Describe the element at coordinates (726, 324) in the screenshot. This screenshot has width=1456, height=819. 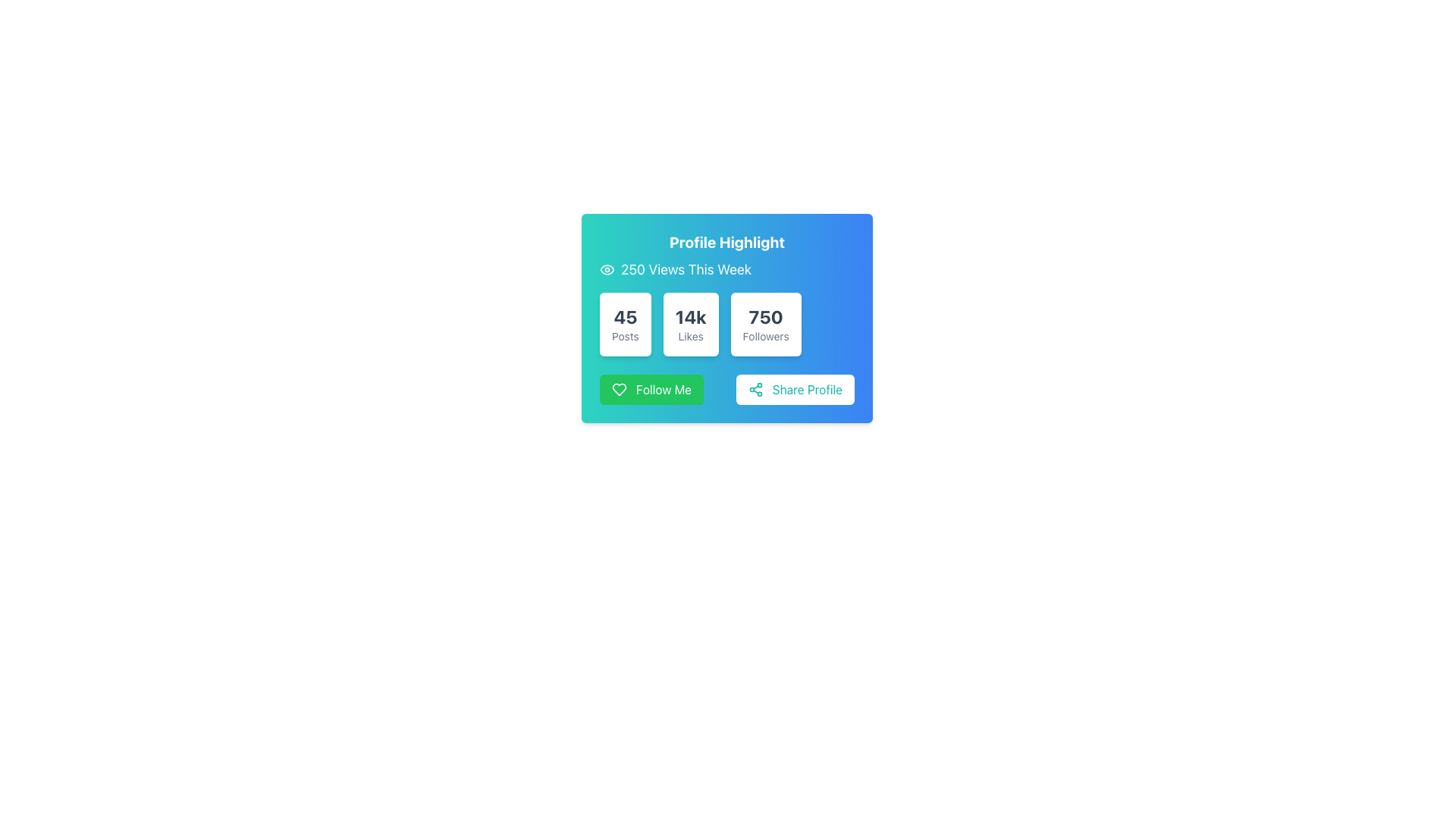
I see `the Metric Display Group that highlights key metrics such as posts, likes, and followers, positioned centrally below the '250 Views This Week' text and above the 'Follow Me' and 'Share Profile' buttons` at that location.